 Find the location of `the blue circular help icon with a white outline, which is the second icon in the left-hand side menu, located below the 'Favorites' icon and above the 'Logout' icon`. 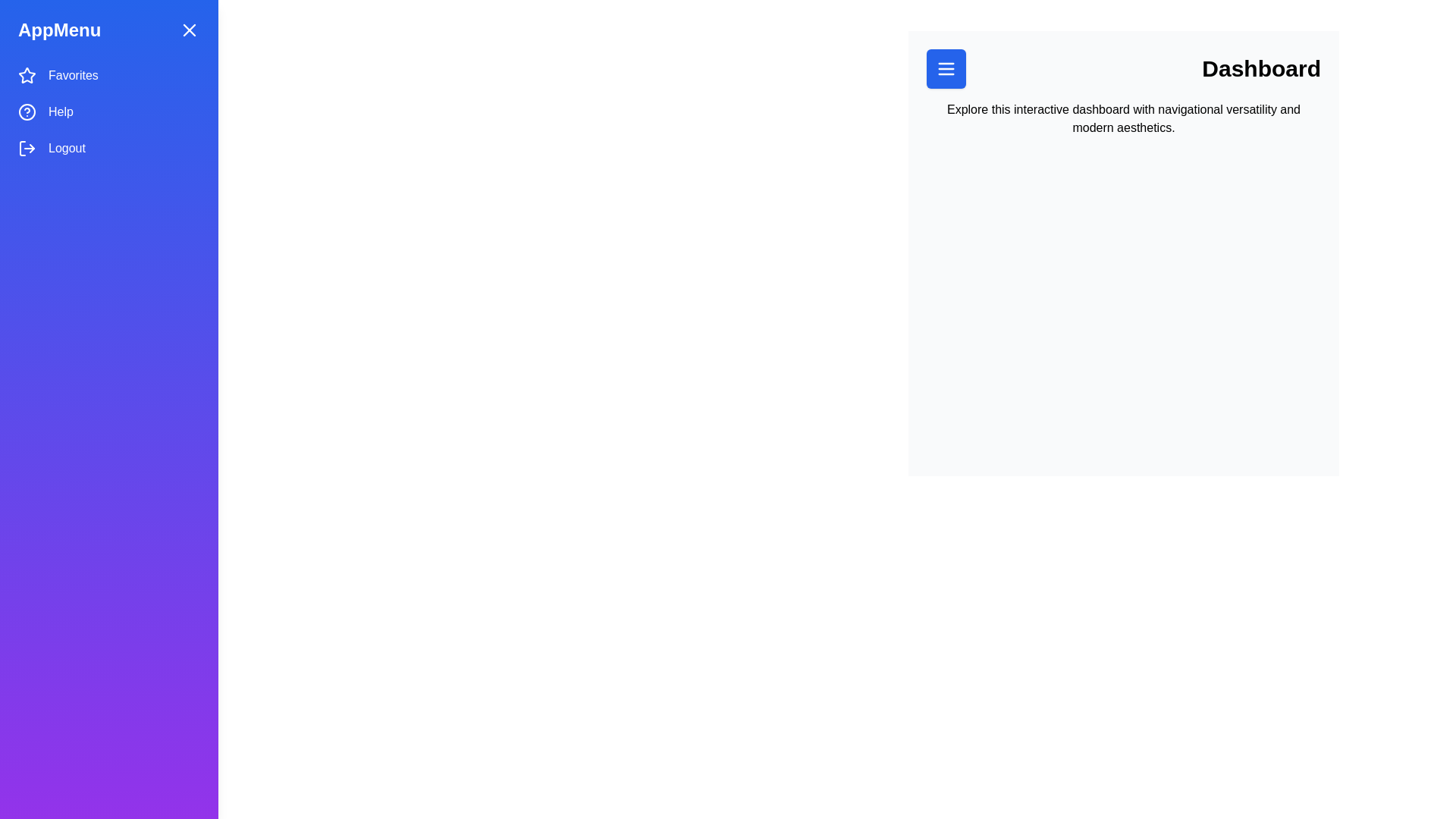

the blue circular help icon with a white outline, which is the second icon in the left-hand side menu, located below the 'Favorites' icon and above the 'Logout' icon is located at coordinates (27, 111).